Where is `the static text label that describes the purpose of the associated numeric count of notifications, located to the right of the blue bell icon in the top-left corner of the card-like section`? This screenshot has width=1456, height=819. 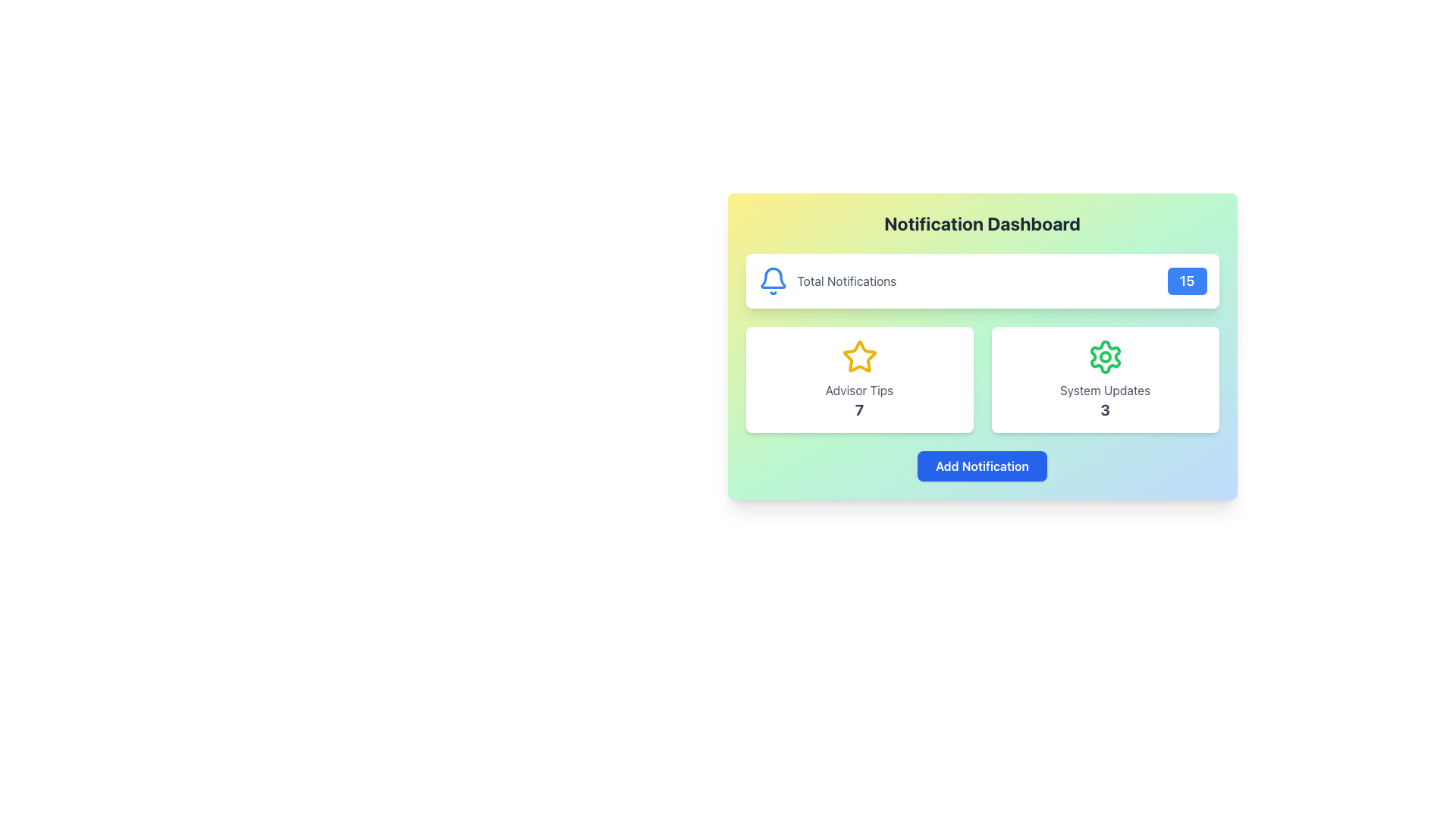 the static text label that describes the purpose of the associated numeric count of notifications, located to the right of the blue bell icon in the top-left corner of the card-like section is located at coordinates (846, 281).